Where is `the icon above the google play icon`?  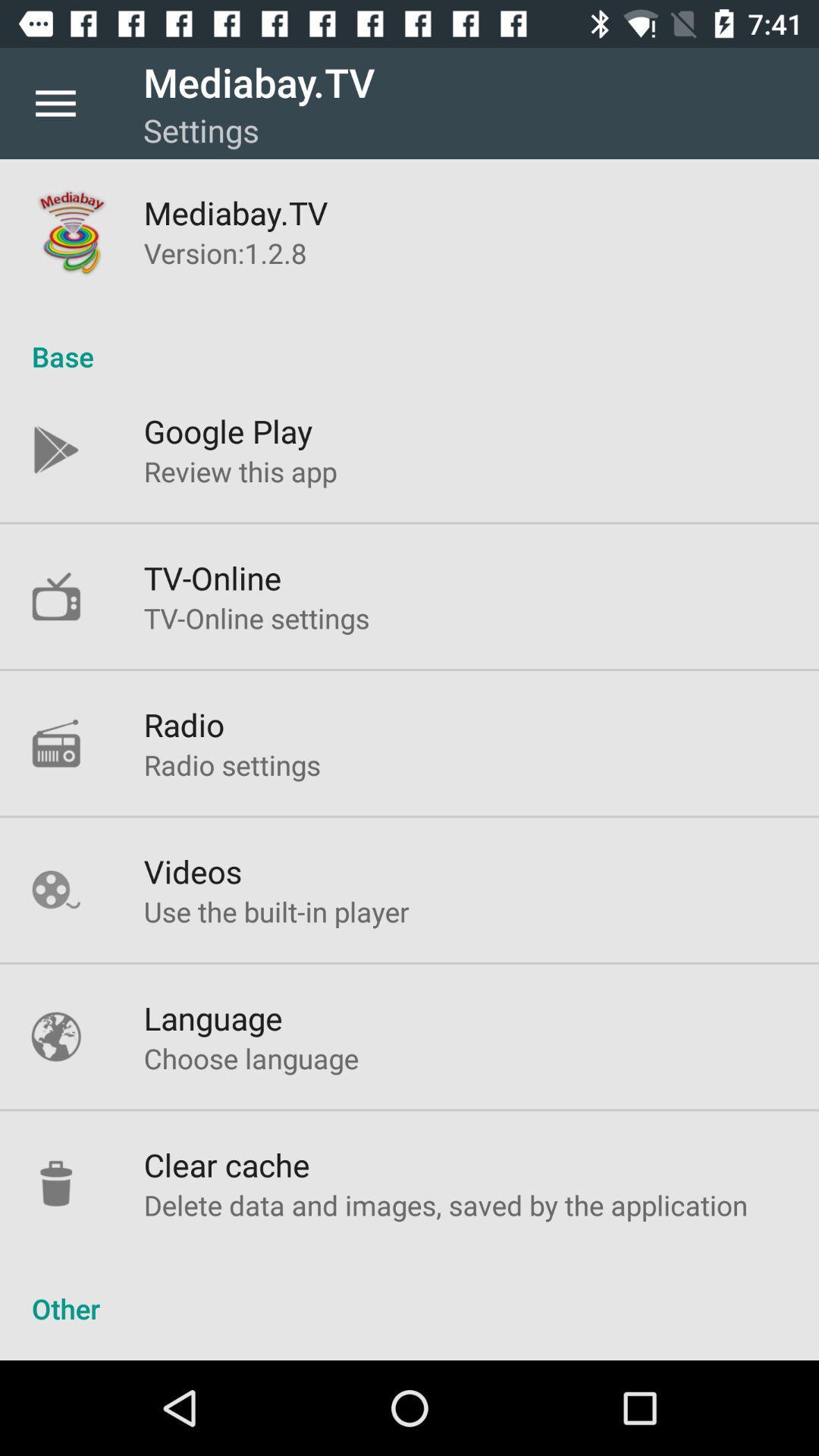 the icon above the google play icon is located at coordinates (409, 340).